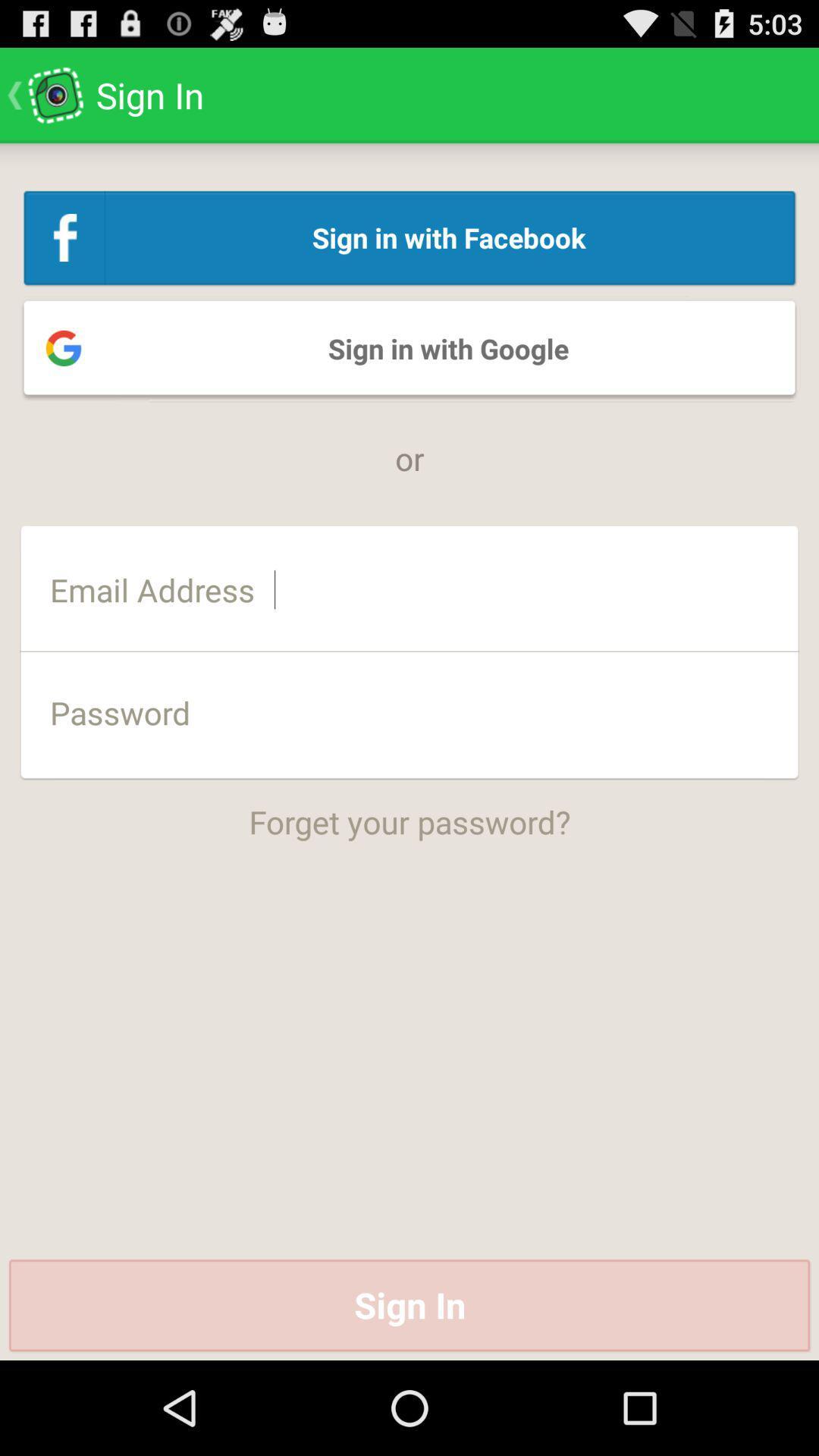  What do you see at coordinates (409, 811) in the screenshot?
I see `icon above sign in button` at bounding box center [409, 811].